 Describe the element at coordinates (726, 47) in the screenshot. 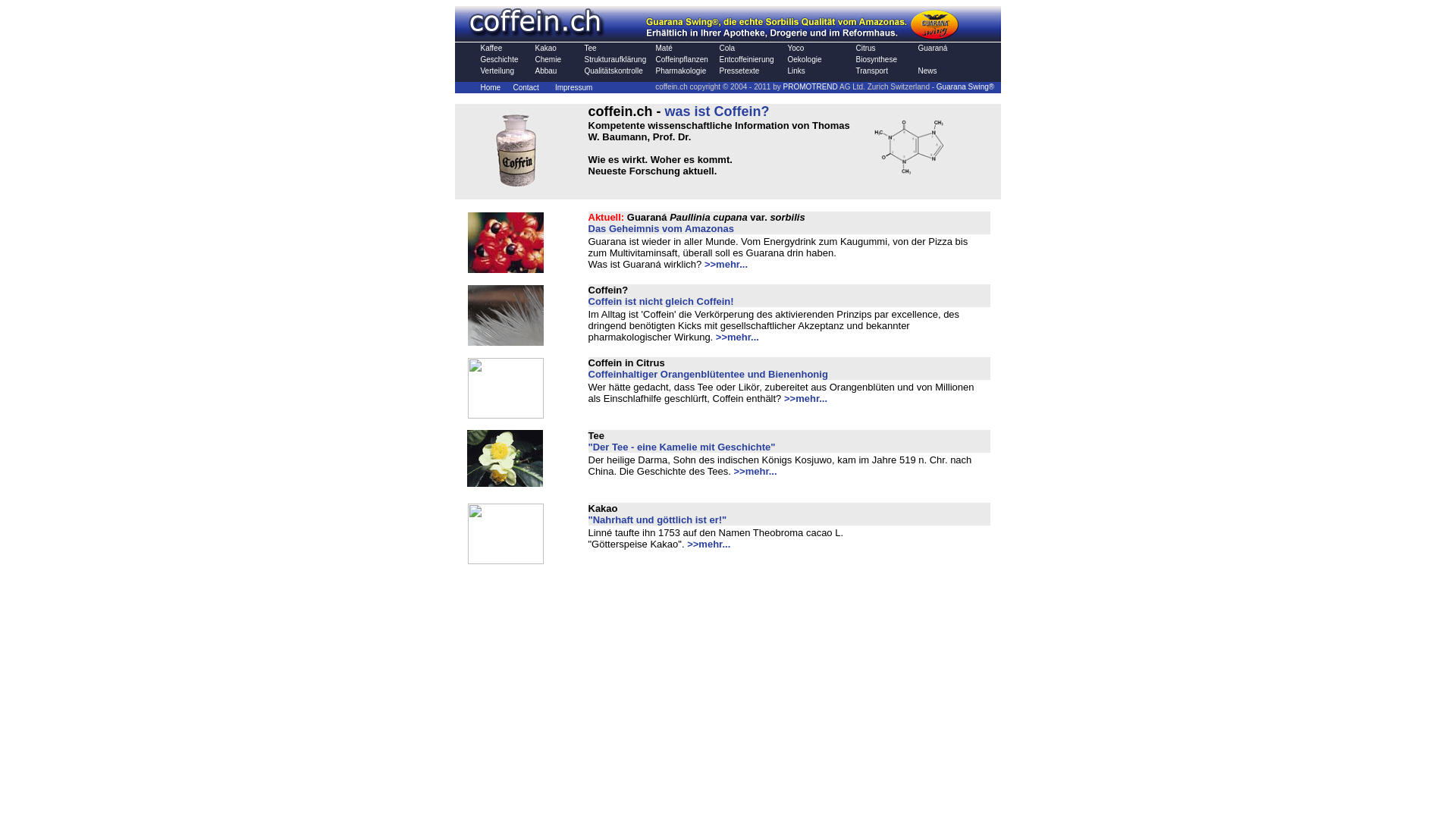

I see `'Cola'` at that location.